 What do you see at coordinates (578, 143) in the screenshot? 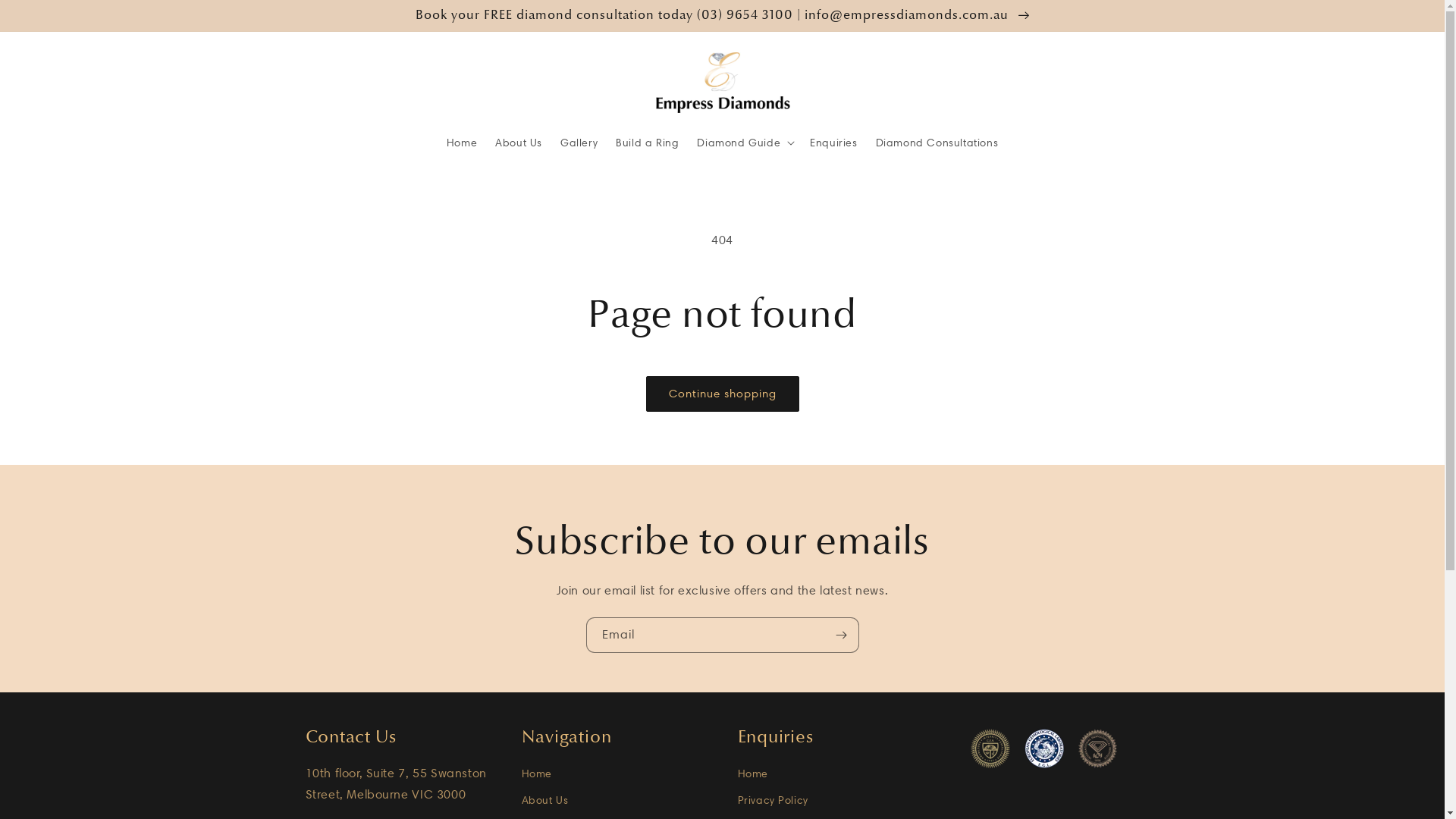
I see `'Gallery'` at bounding box center [578, 143].